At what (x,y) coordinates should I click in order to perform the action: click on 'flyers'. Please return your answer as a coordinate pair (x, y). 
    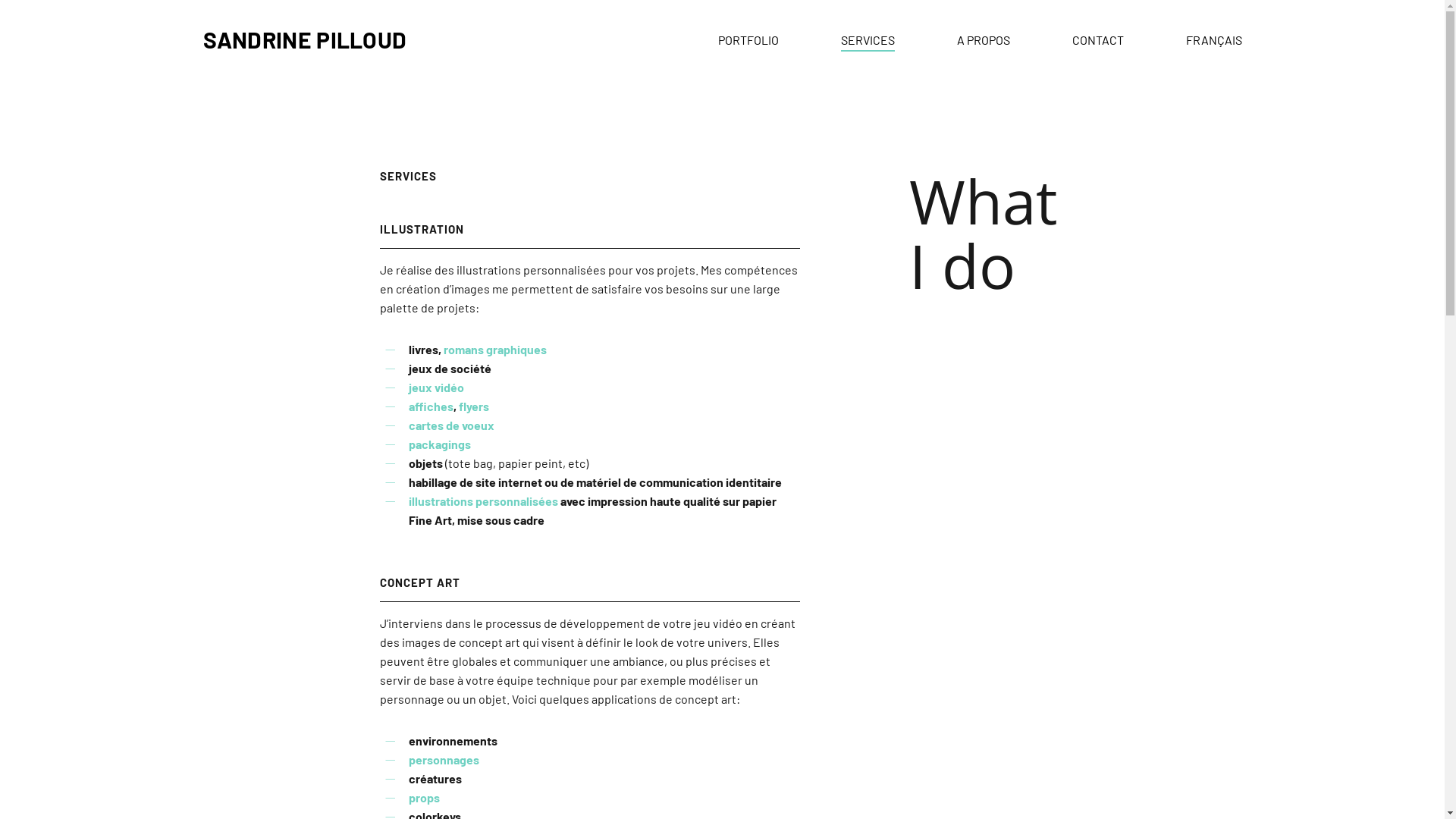
    Looking at the image, I should click on (457, 405).